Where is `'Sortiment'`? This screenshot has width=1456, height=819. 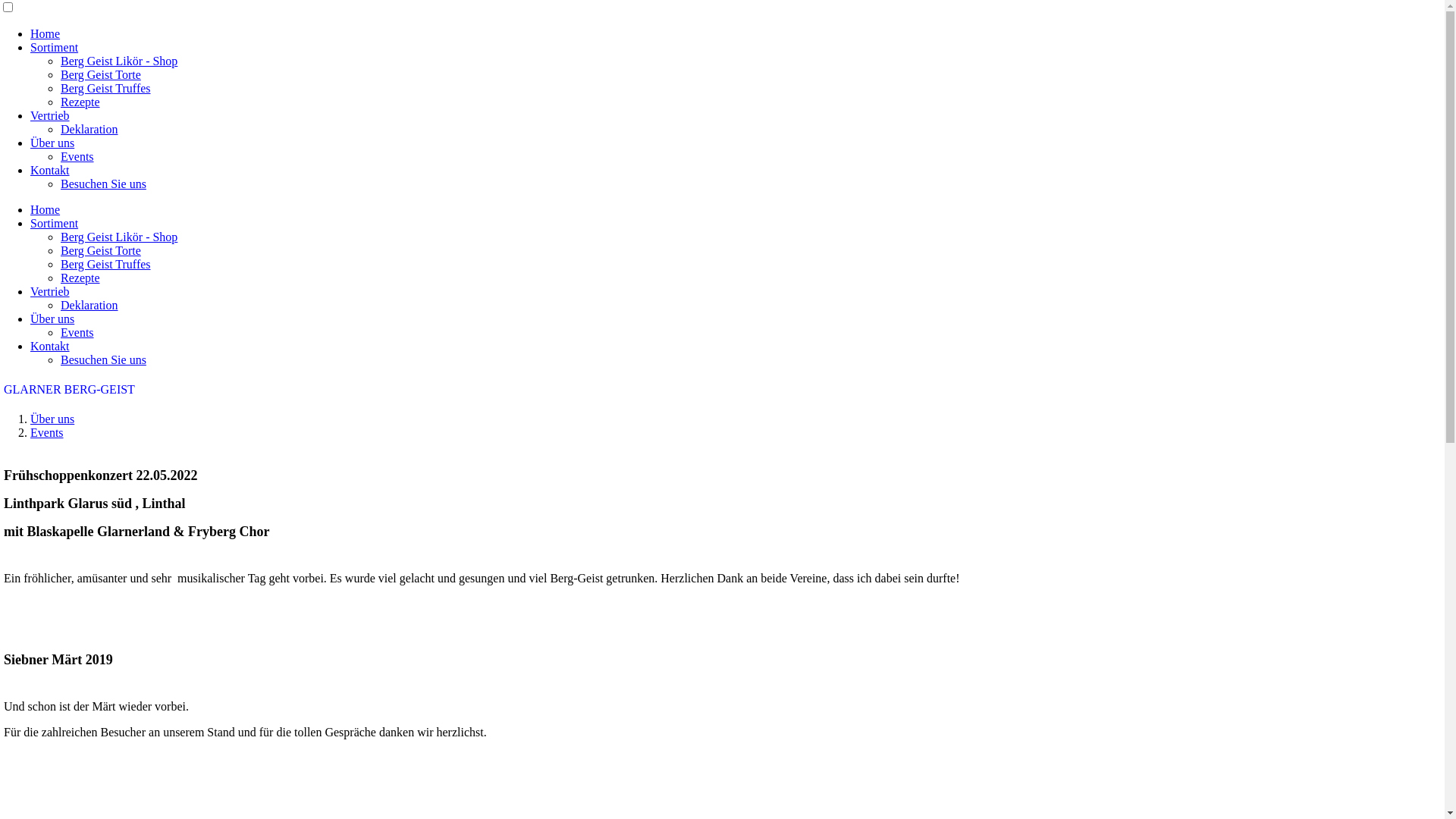
'Sortiment' is located at coordinates (54, 223).